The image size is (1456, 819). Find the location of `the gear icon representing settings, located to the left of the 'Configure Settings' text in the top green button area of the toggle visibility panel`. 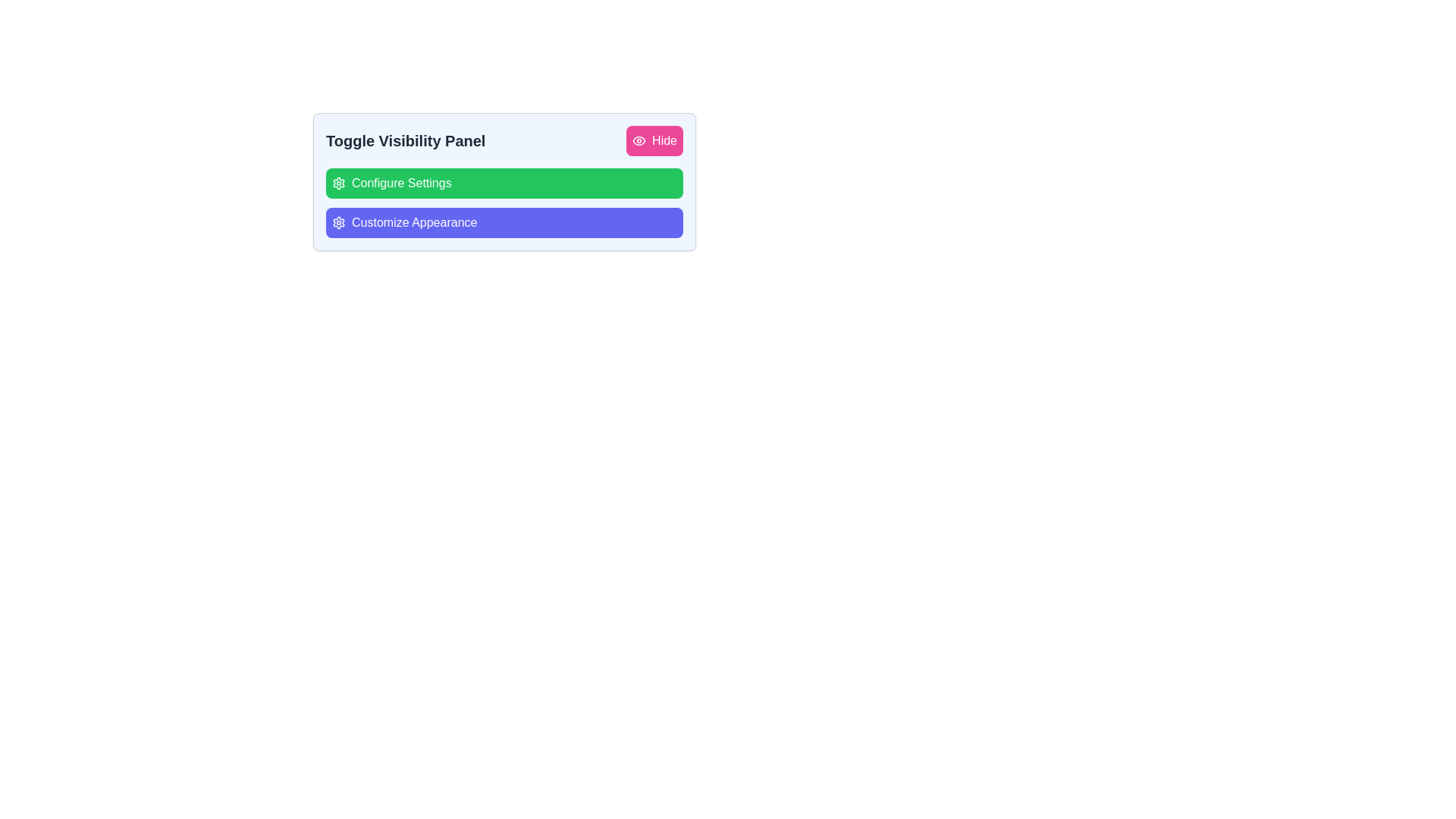

the gear icon representing settings, located to the left of the 'Configure Settings' text in the top green button area of the toggle visibility panel is located at coordinates (337, 183).